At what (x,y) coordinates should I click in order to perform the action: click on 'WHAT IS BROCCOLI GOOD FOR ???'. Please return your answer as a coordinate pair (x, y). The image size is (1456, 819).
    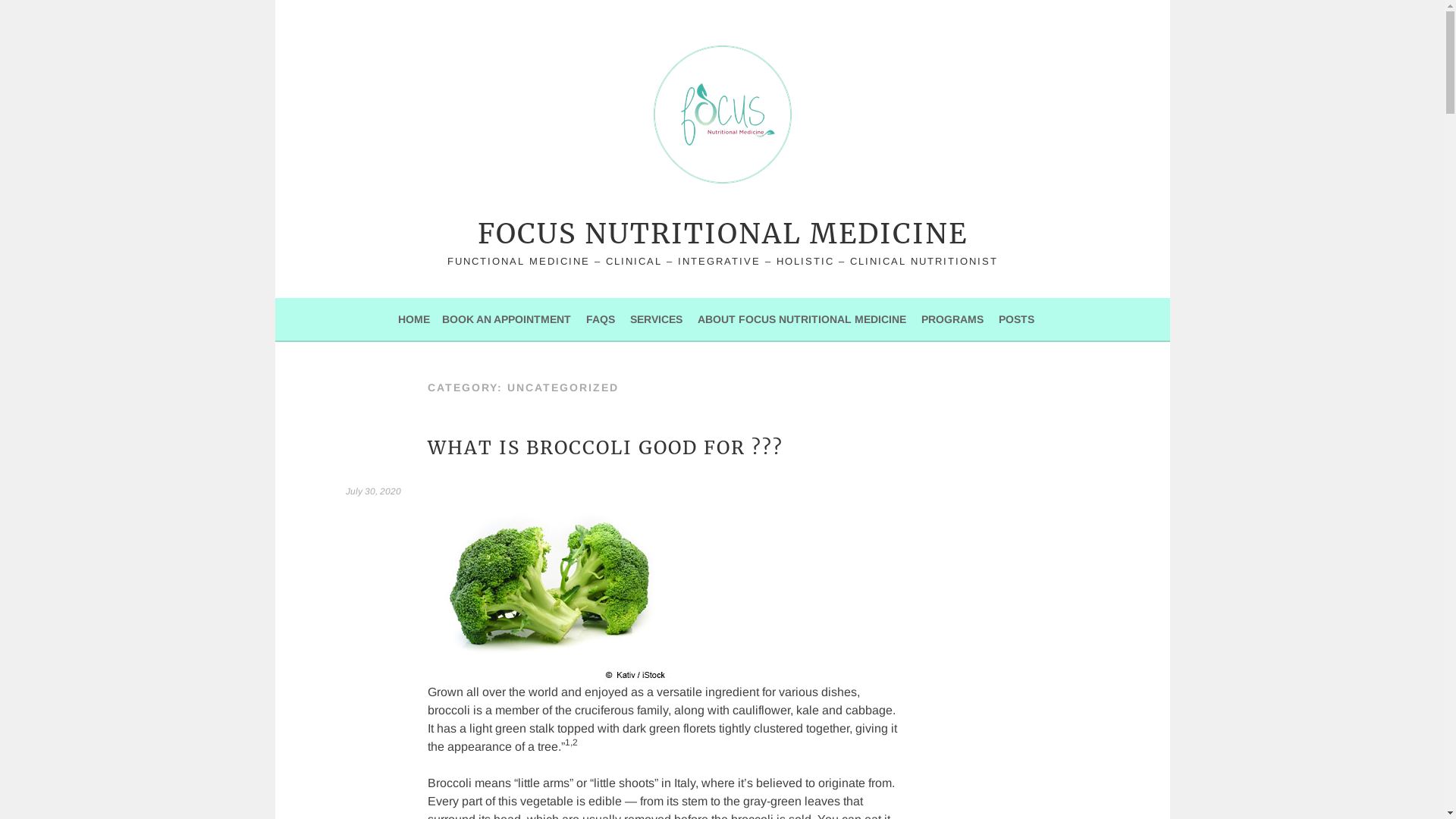
    Looking at the image, I should click on (427, 447).